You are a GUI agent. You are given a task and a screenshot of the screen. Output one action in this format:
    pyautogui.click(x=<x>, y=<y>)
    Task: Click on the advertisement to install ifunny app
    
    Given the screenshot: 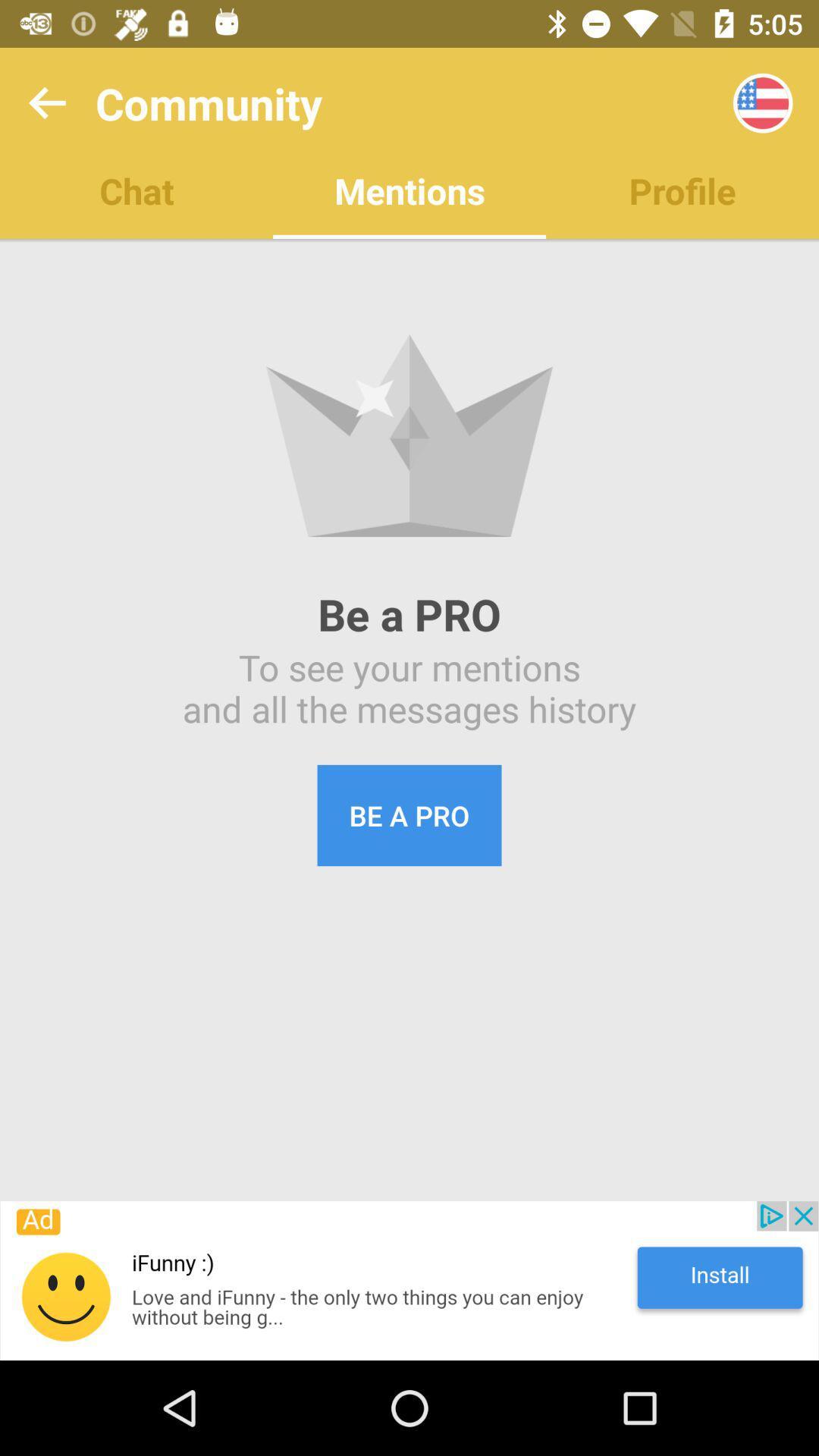 What is the action you would take?
    pyautogui.click(x=409, y=1280)
    